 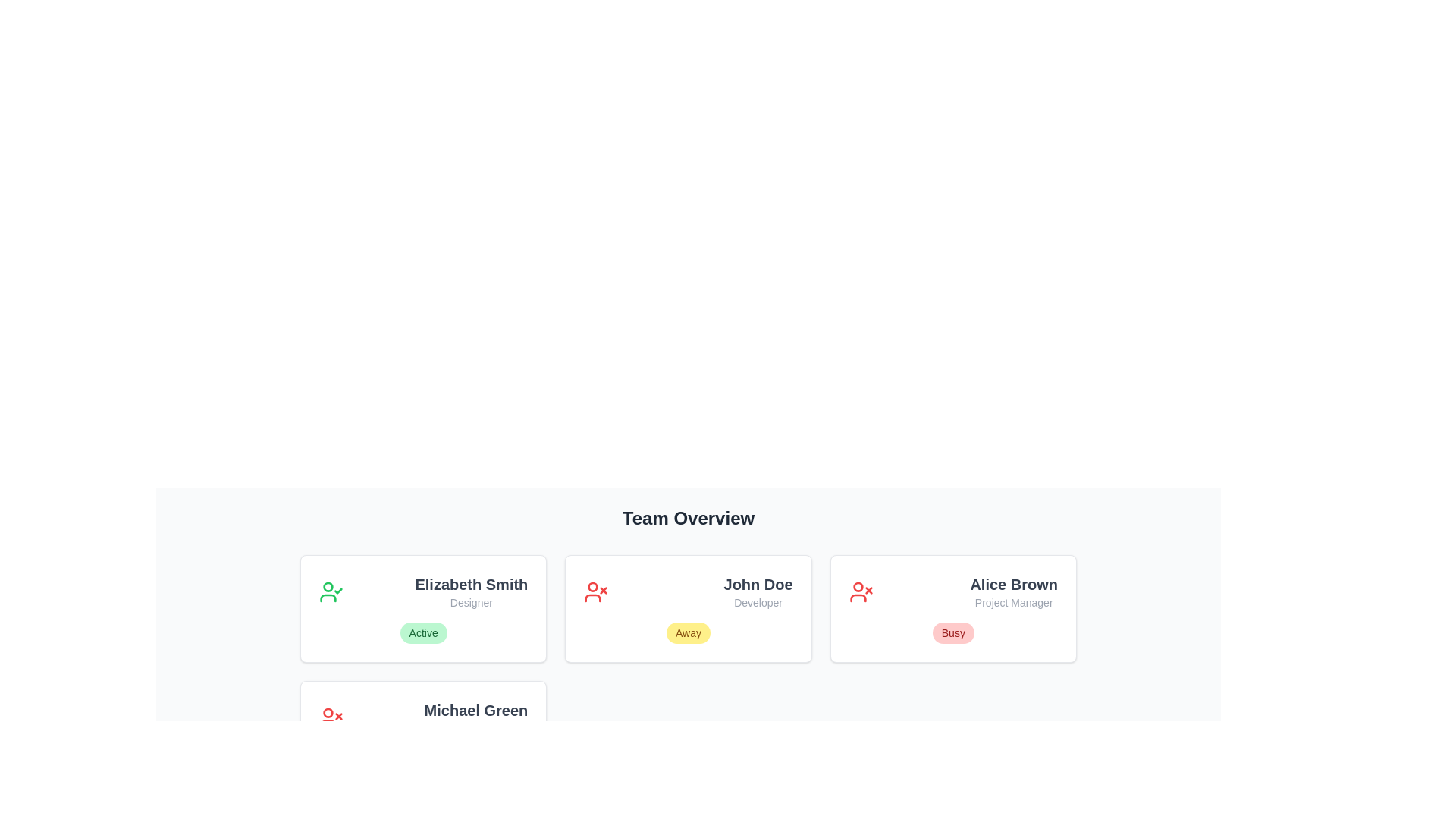 I want to click on the profile card, so click(x=423, y=733).